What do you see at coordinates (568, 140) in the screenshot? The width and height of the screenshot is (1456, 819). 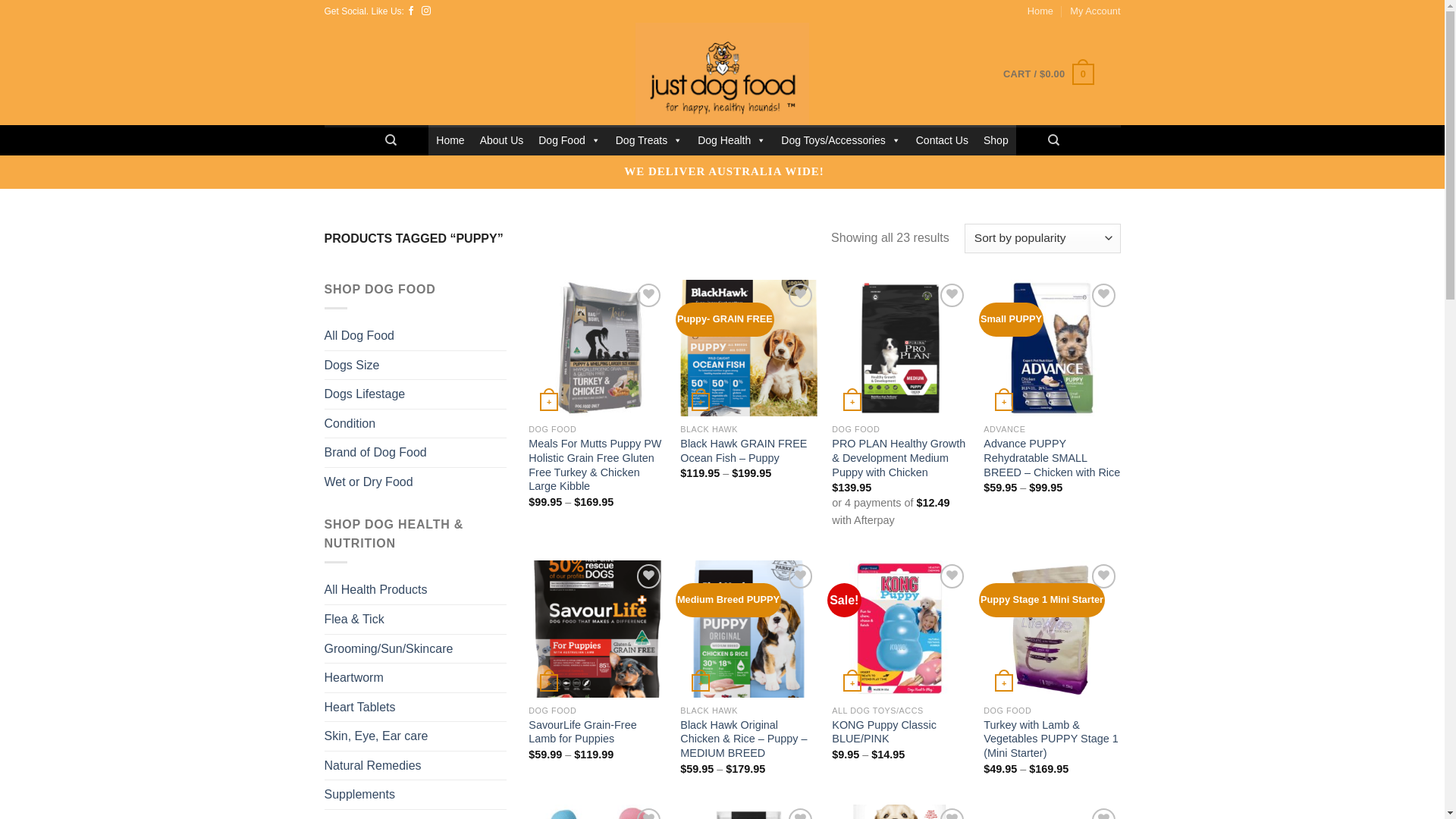 I see `'Dog Food'` at bounding box center [568, 140].